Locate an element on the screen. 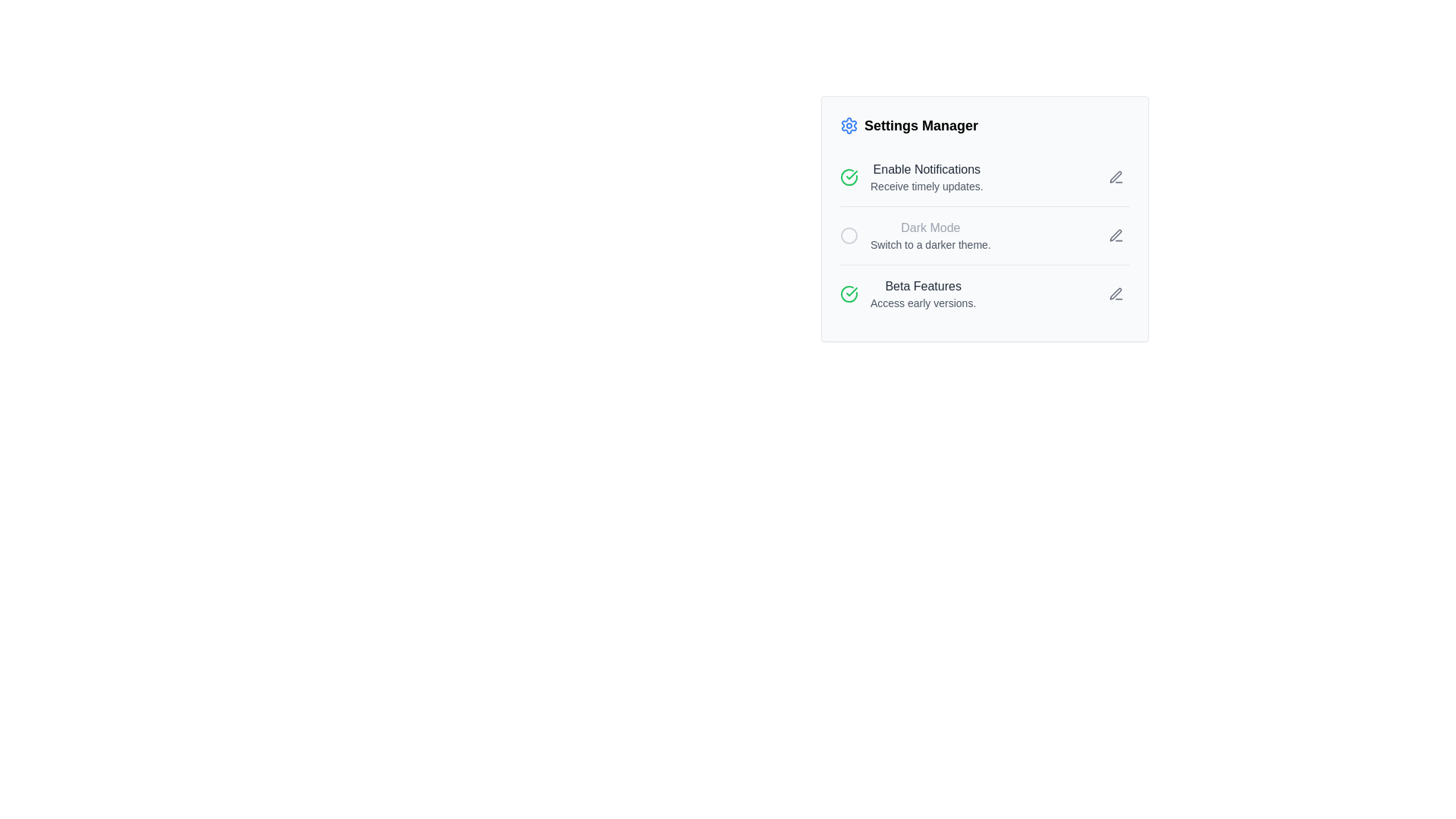 This screenshot has height=819, width=1456. the 'Dark Mode' text label, which is styled with a medium font weight and gray color, serving as the title of the second segment in a vertical list of settings options is located at coordinates (930, 227).